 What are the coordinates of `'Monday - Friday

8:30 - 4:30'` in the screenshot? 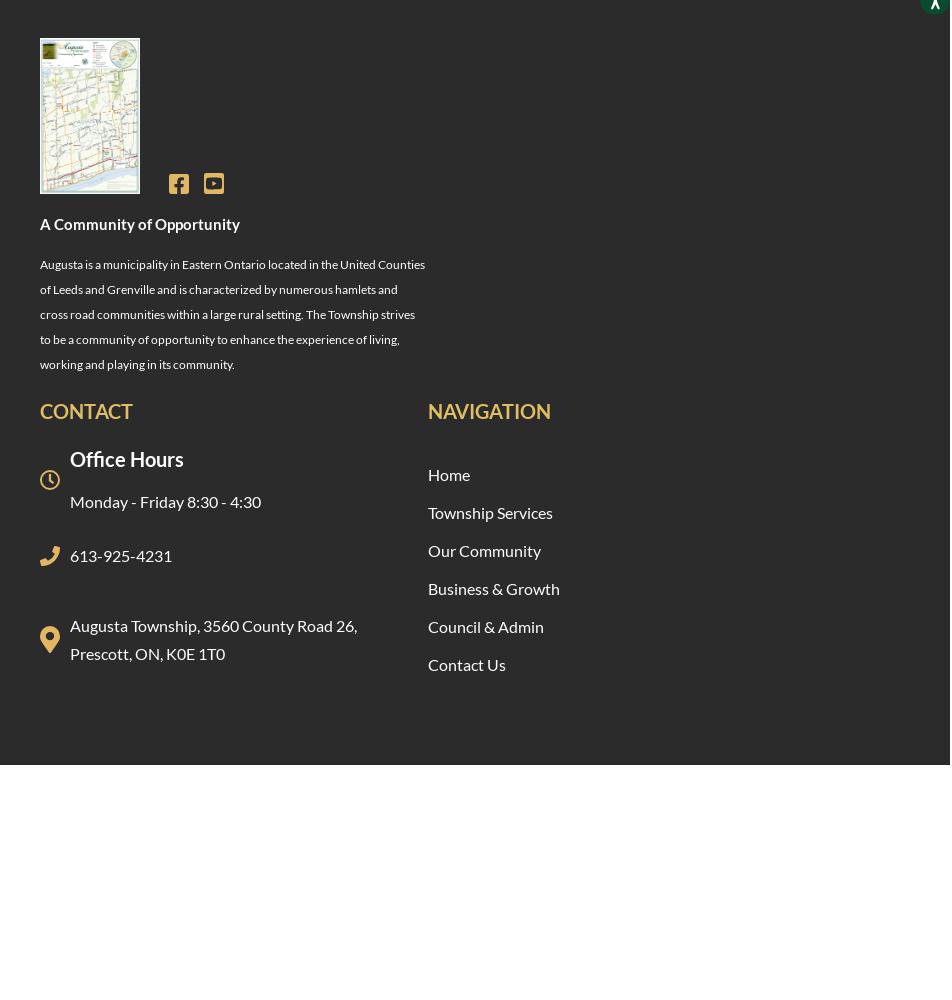 It's located at (165, 500).